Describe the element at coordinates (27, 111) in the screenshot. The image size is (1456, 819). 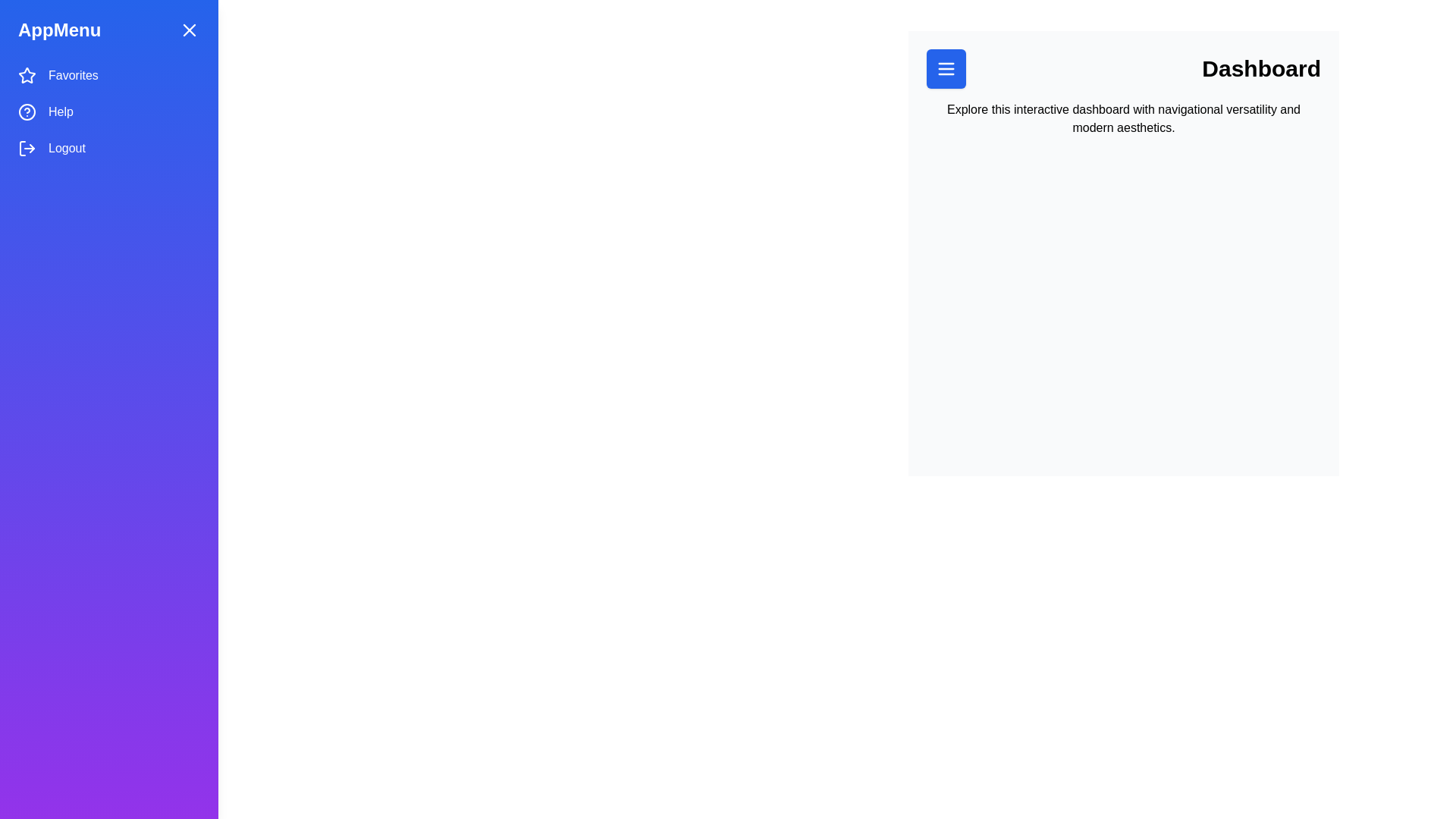
I see `the Help icon in the application's navigation menu` at that location.